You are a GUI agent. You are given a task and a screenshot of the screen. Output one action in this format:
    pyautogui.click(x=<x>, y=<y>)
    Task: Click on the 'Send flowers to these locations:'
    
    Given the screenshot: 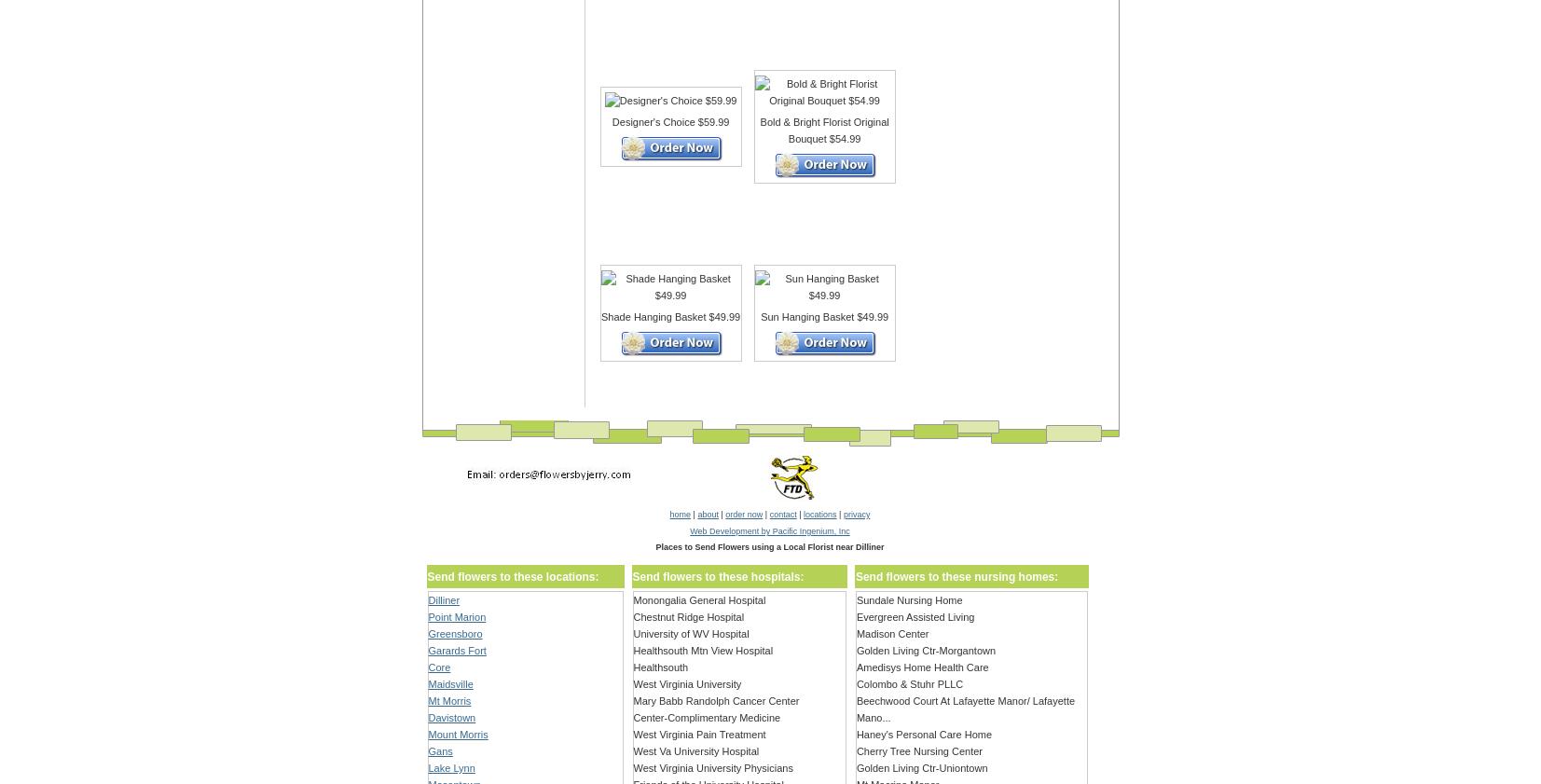 What is the action you would take?
    pyautogui.click(x=511, y=575)
    